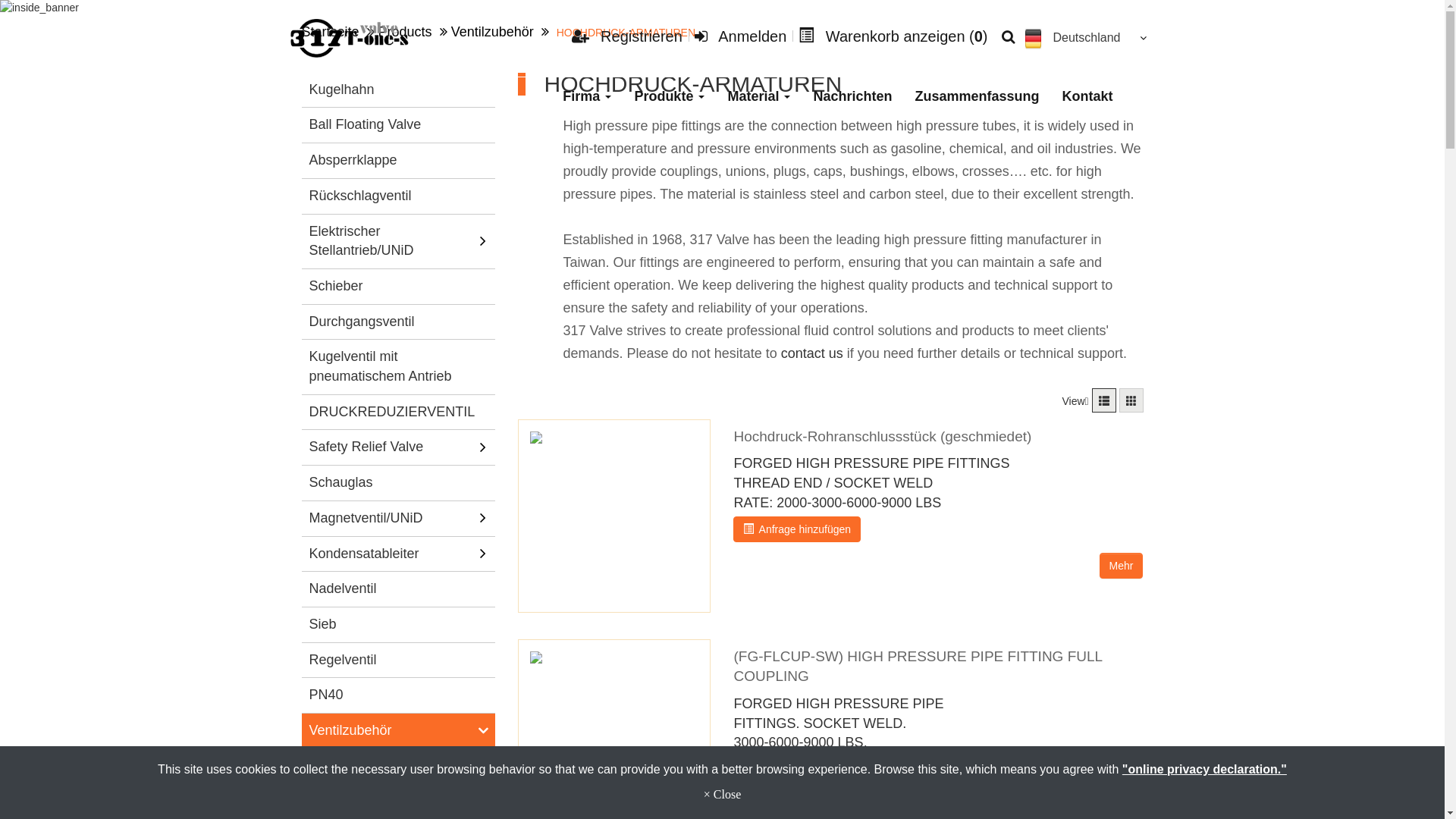 This screenshot has height=819, width=1456. Describe the element at coordinates (668, 96) in the screenshot. I see `'Produkte'` at that location.